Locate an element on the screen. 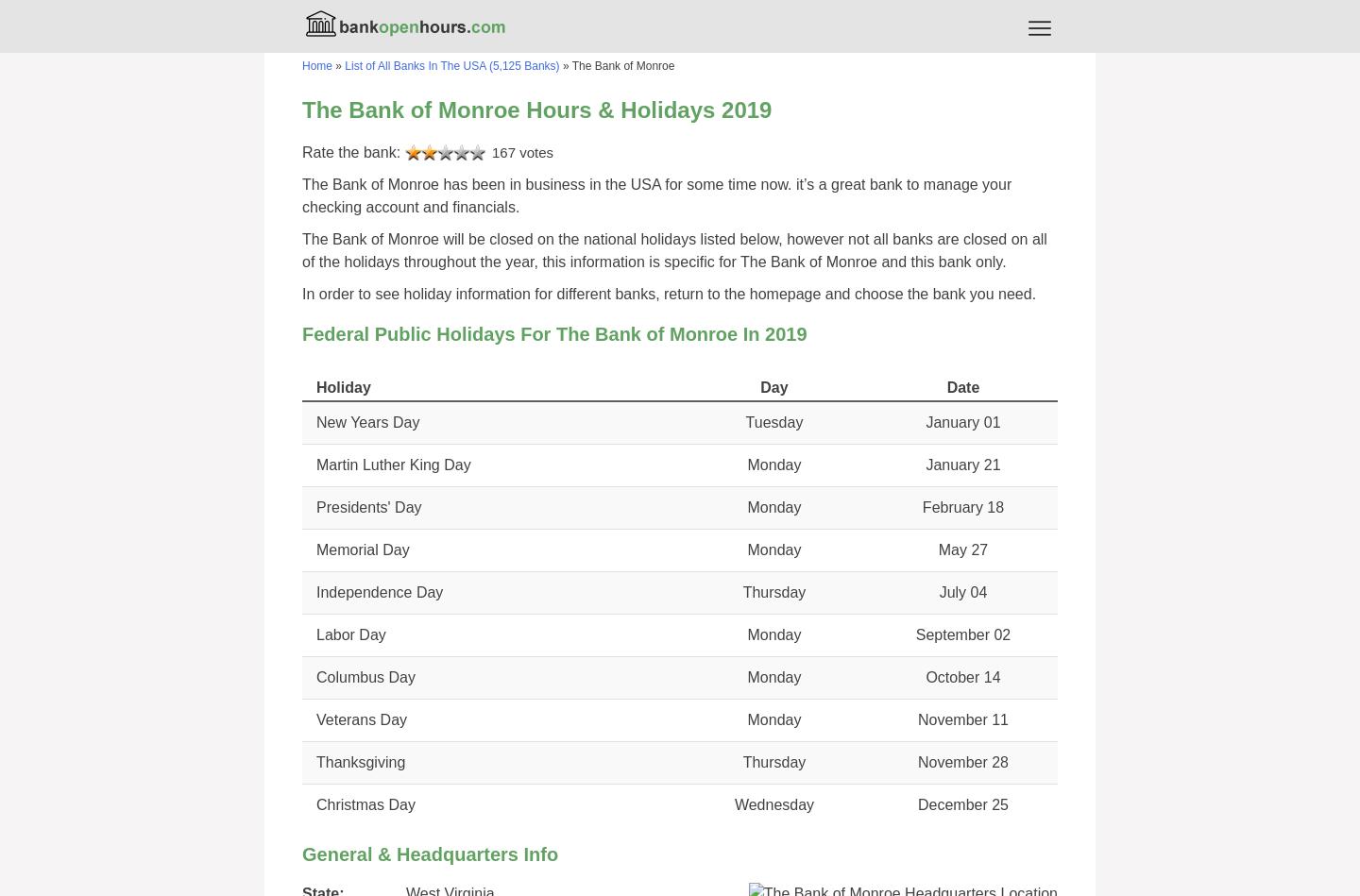  'Federal Public Holidays For The Bank of Monroe In 2019' is located at coordinates (553, 333).